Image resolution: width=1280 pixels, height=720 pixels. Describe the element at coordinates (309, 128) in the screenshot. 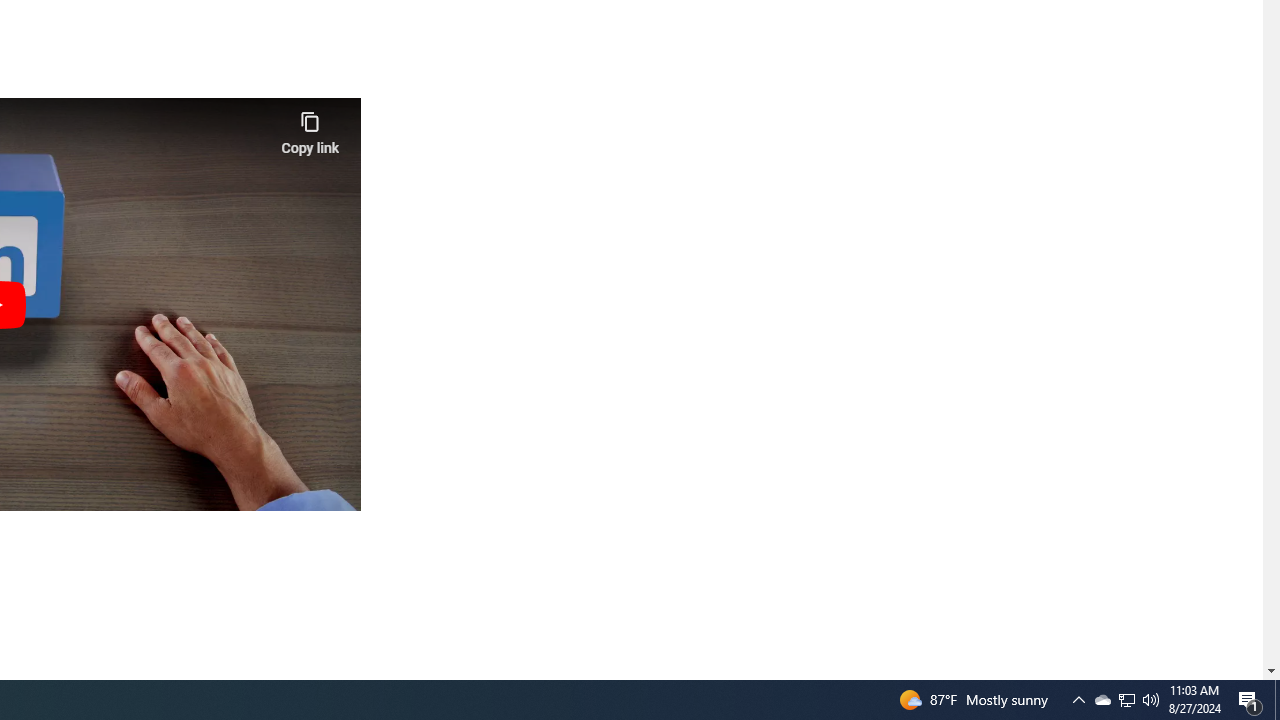

I see `'Copy link'` at that location.